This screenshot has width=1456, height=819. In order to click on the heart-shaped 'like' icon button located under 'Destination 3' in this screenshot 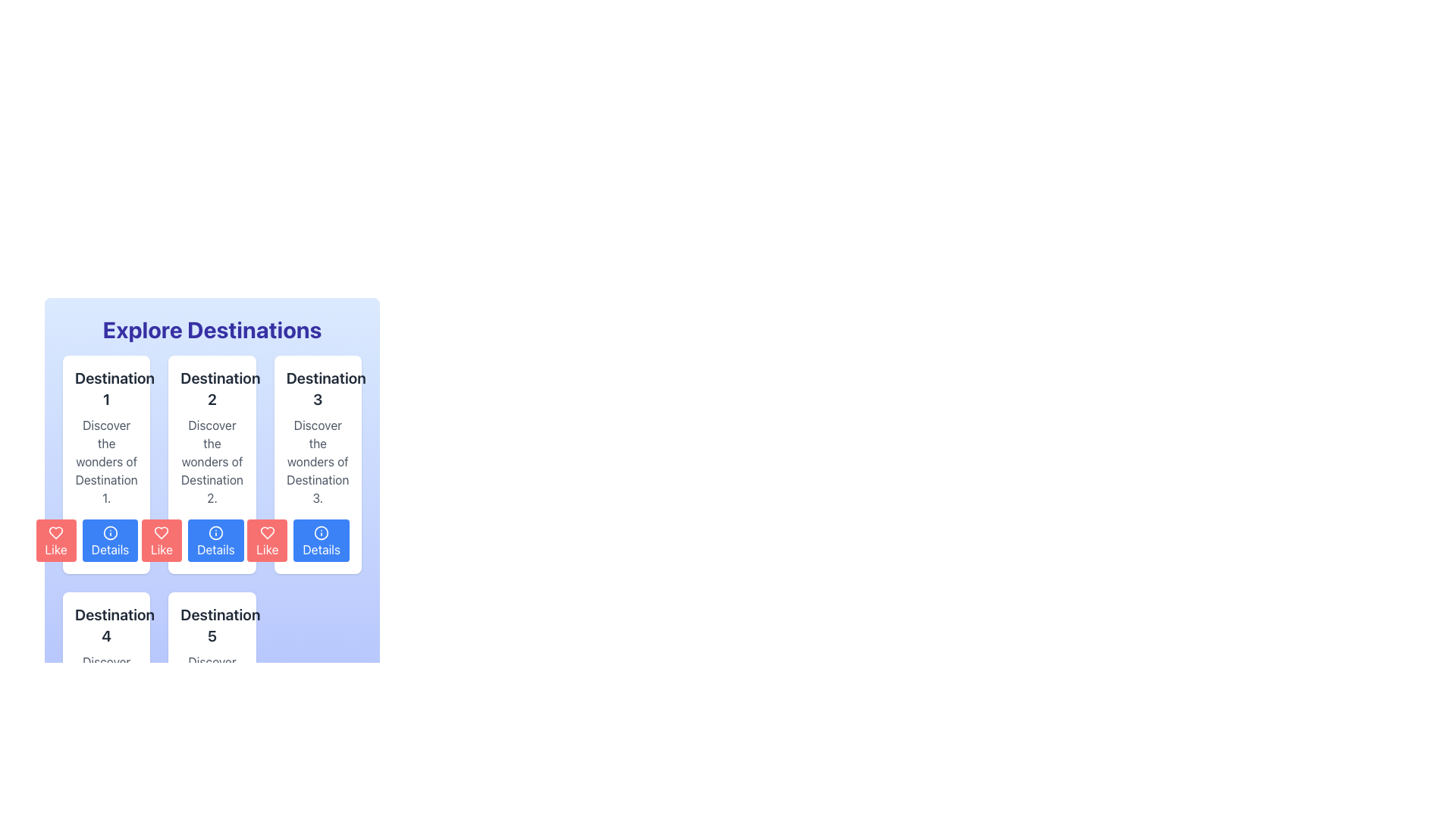, I will do `click(56, 532)`.